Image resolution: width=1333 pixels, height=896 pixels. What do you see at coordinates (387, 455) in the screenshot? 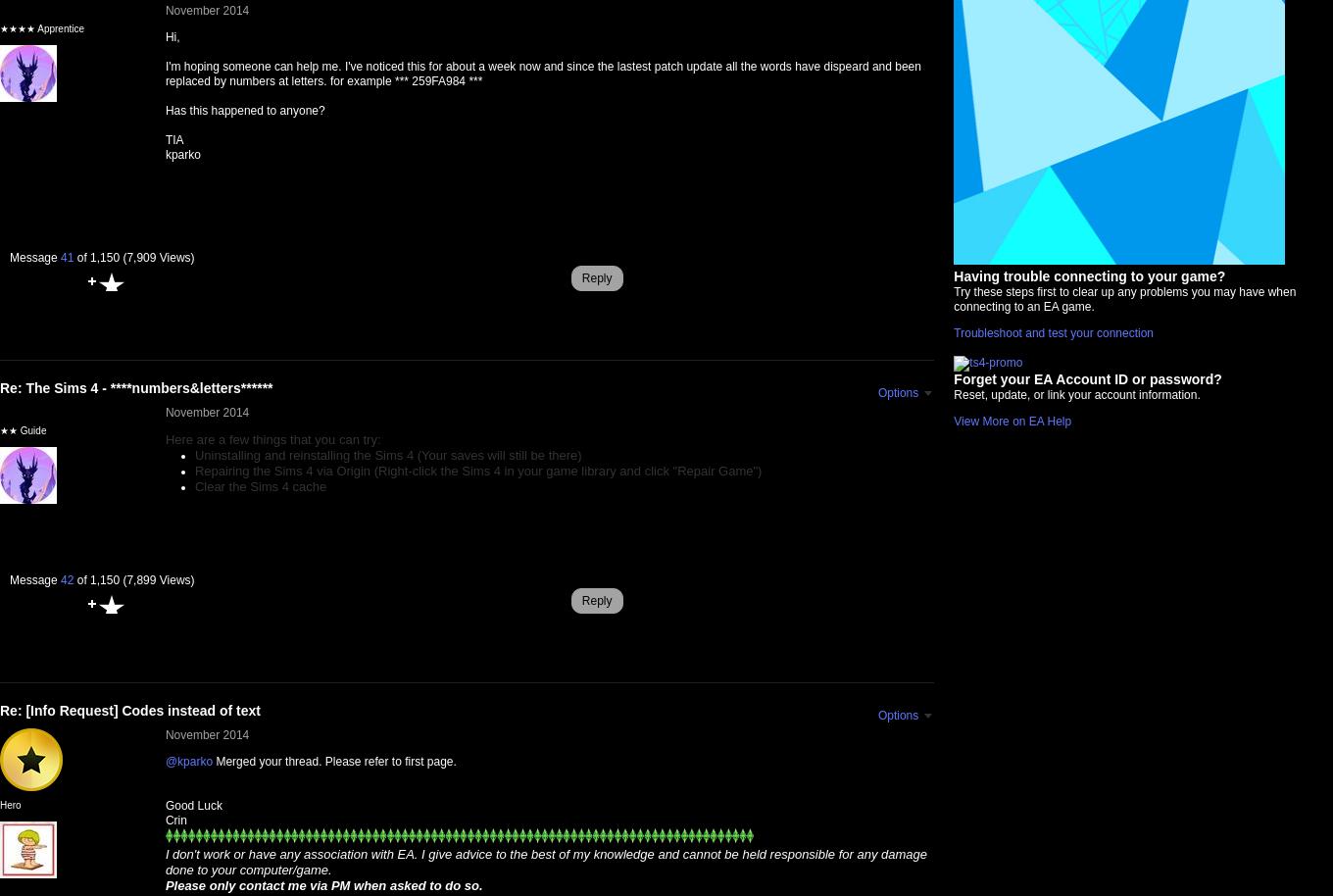
I see `'Uninstalling and reinstalling the Sims 4 (Your saves will still be there)'` at bounding box center [387, 455].